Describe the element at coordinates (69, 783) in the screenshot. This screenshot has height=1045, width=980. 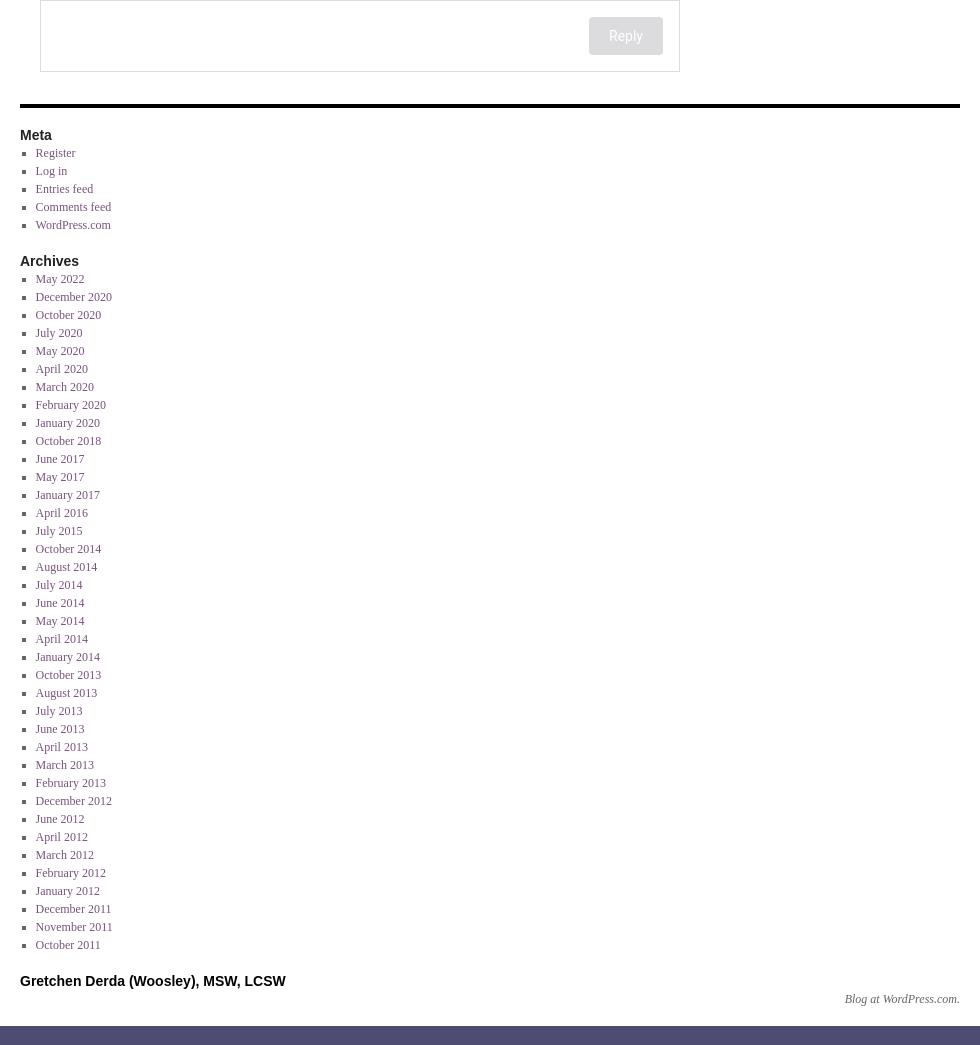
I see `'February 2013'` at that location.